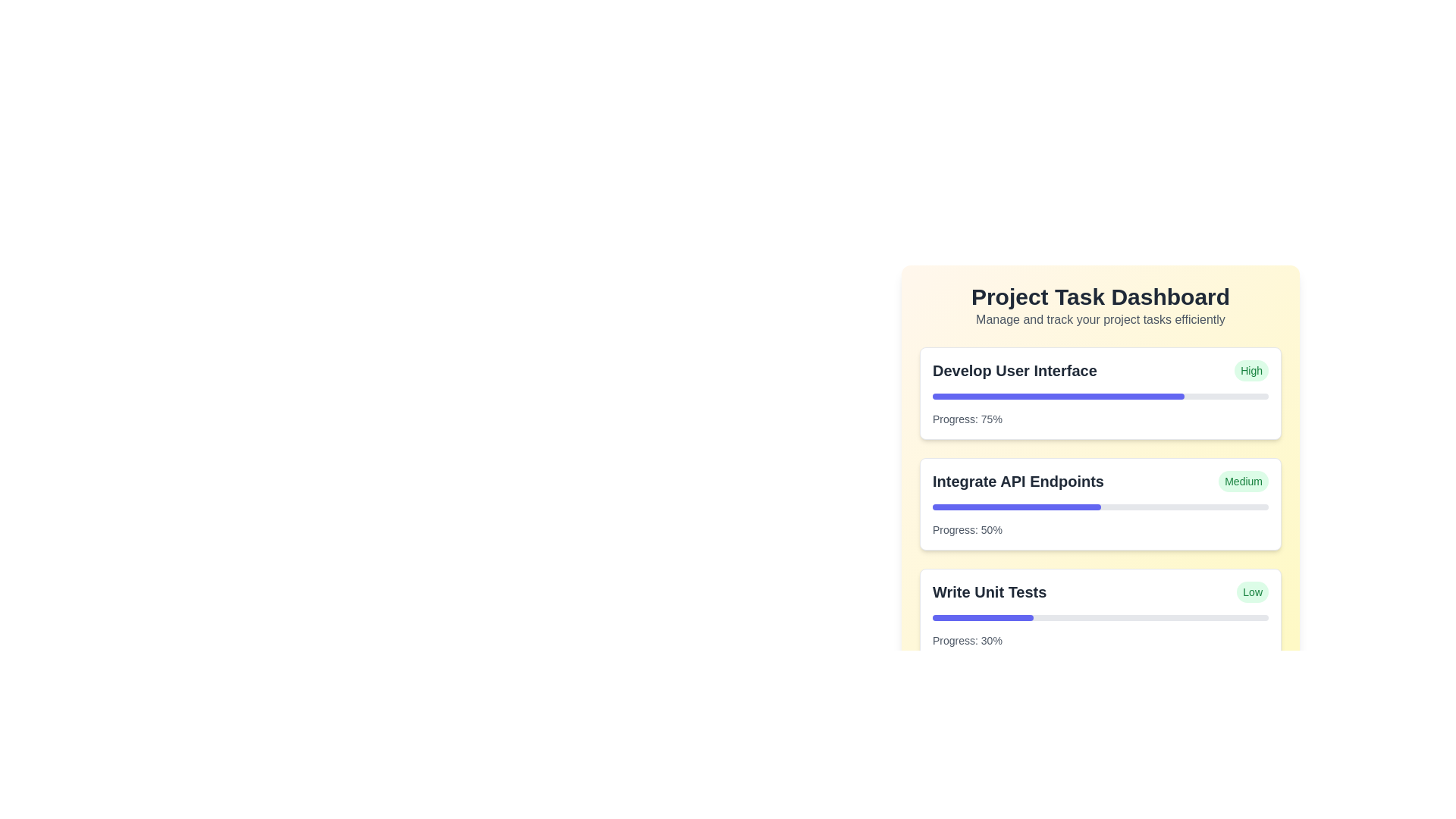  I want to click on the progress bar indicating 75% completion for the task 'Develop User Interface', so click(1100, 396).